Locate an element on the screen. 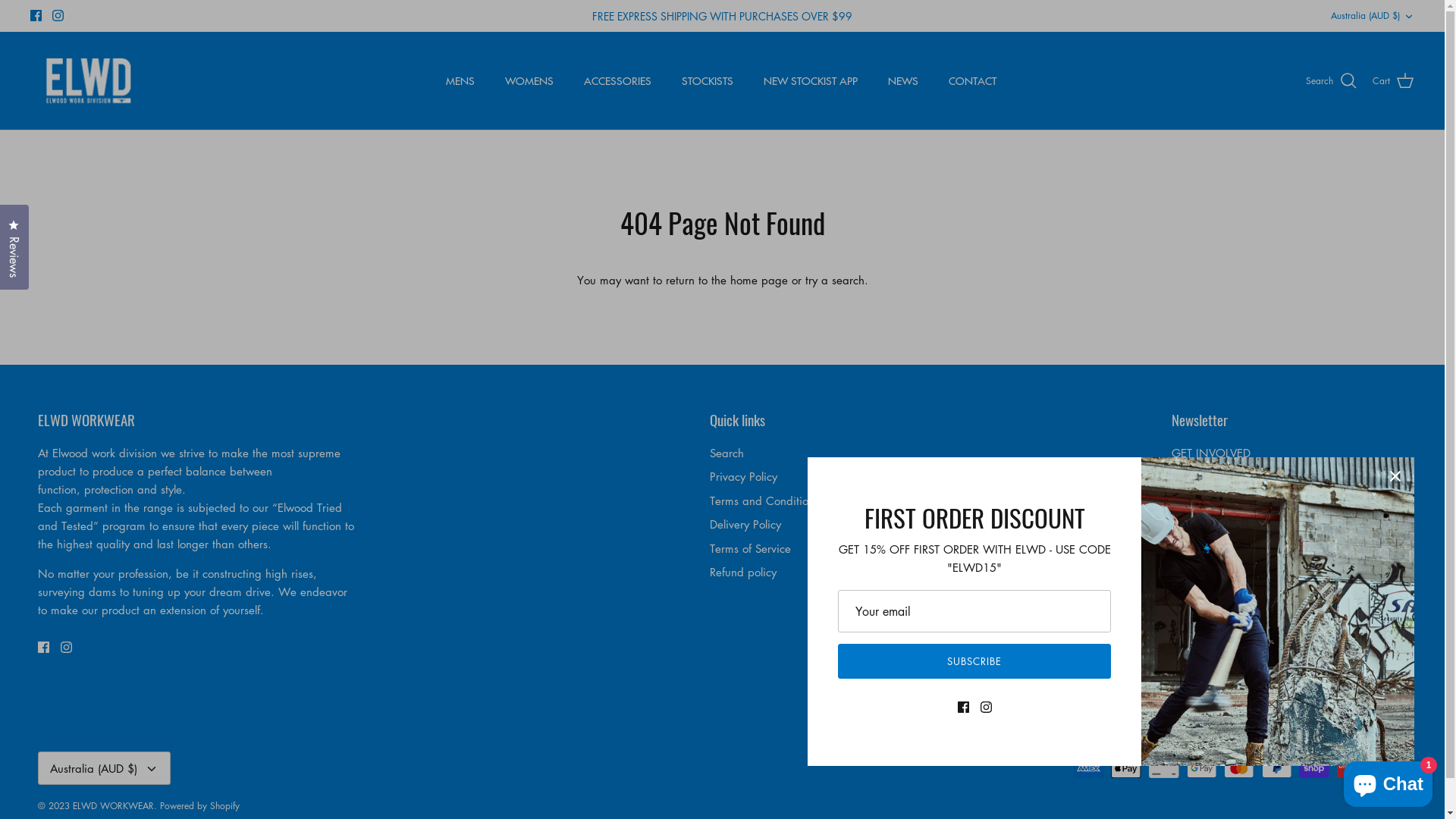  'NEWS' is located at coordinates (902, 80).